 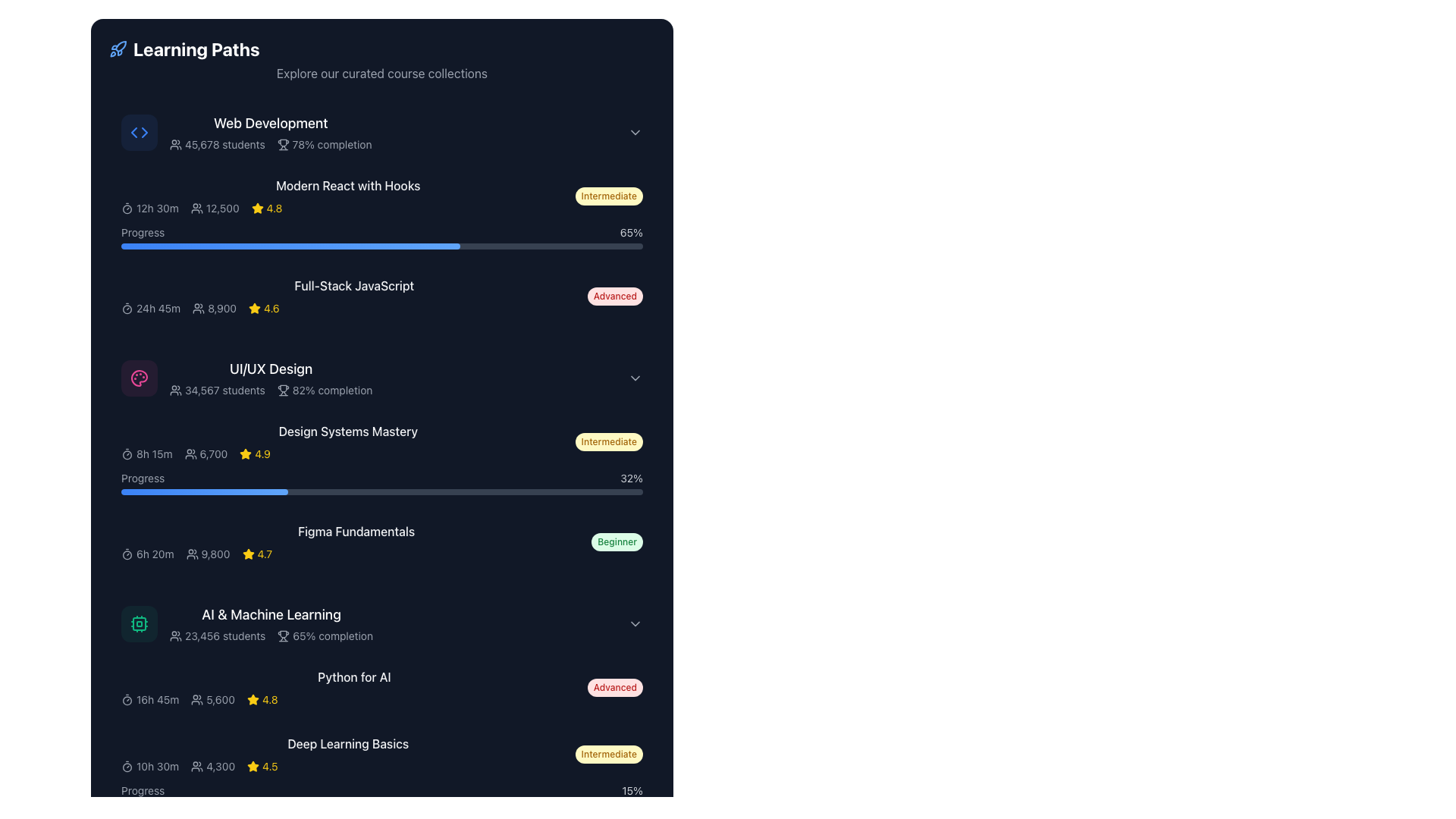 I want to click on the Information display row that shows course details including duration, participants, and rating beneath the 'Python for AI' course section, so click(x=353, y=699).